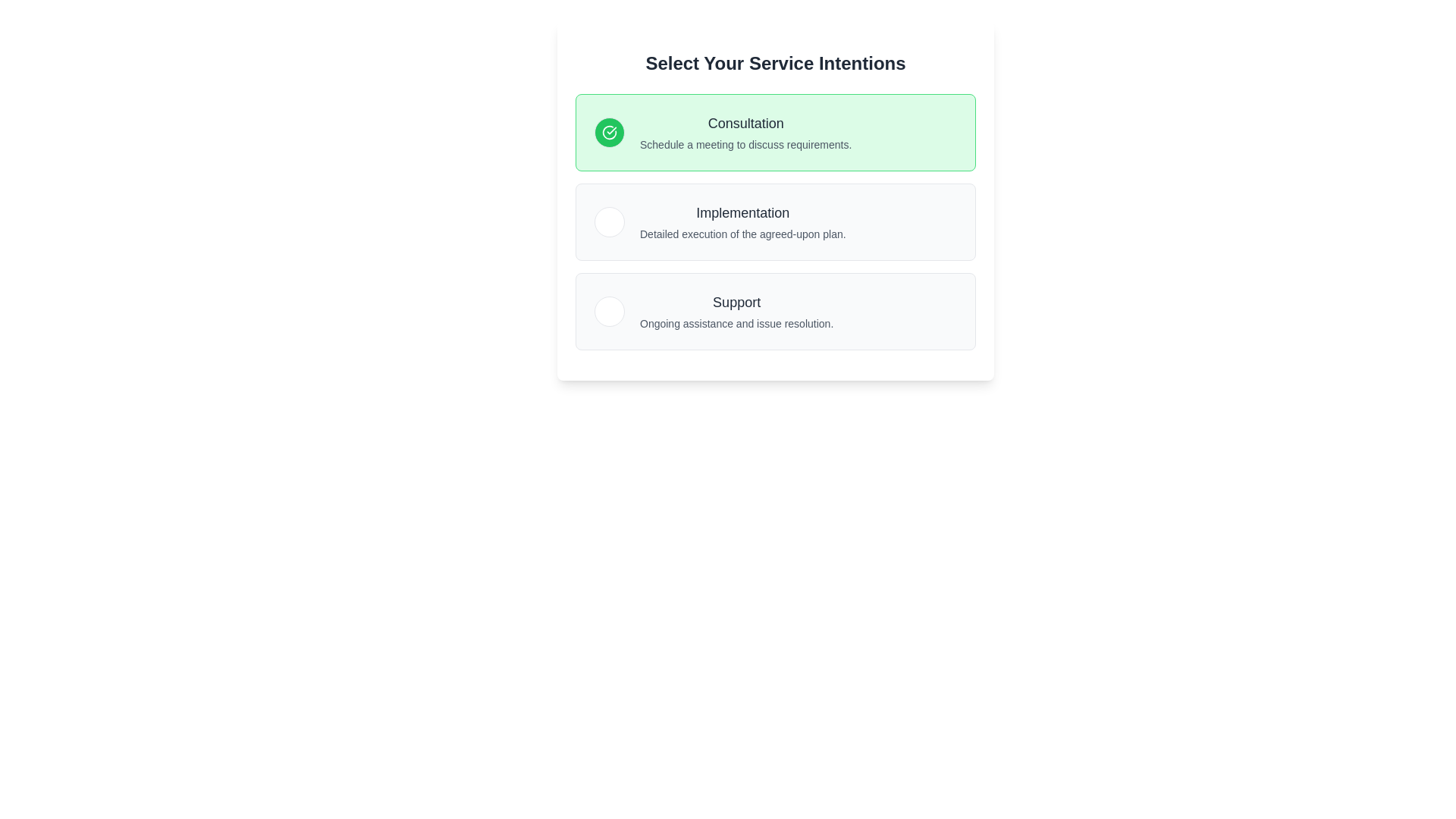 The width and height of the screenshot is (1456, 819). I want to click on the descriptive text block that explains the 'Support' service option, which is located in the third row beneath 'Implementation' and aligned to the left inside its card-like structure, so click(736, 311).